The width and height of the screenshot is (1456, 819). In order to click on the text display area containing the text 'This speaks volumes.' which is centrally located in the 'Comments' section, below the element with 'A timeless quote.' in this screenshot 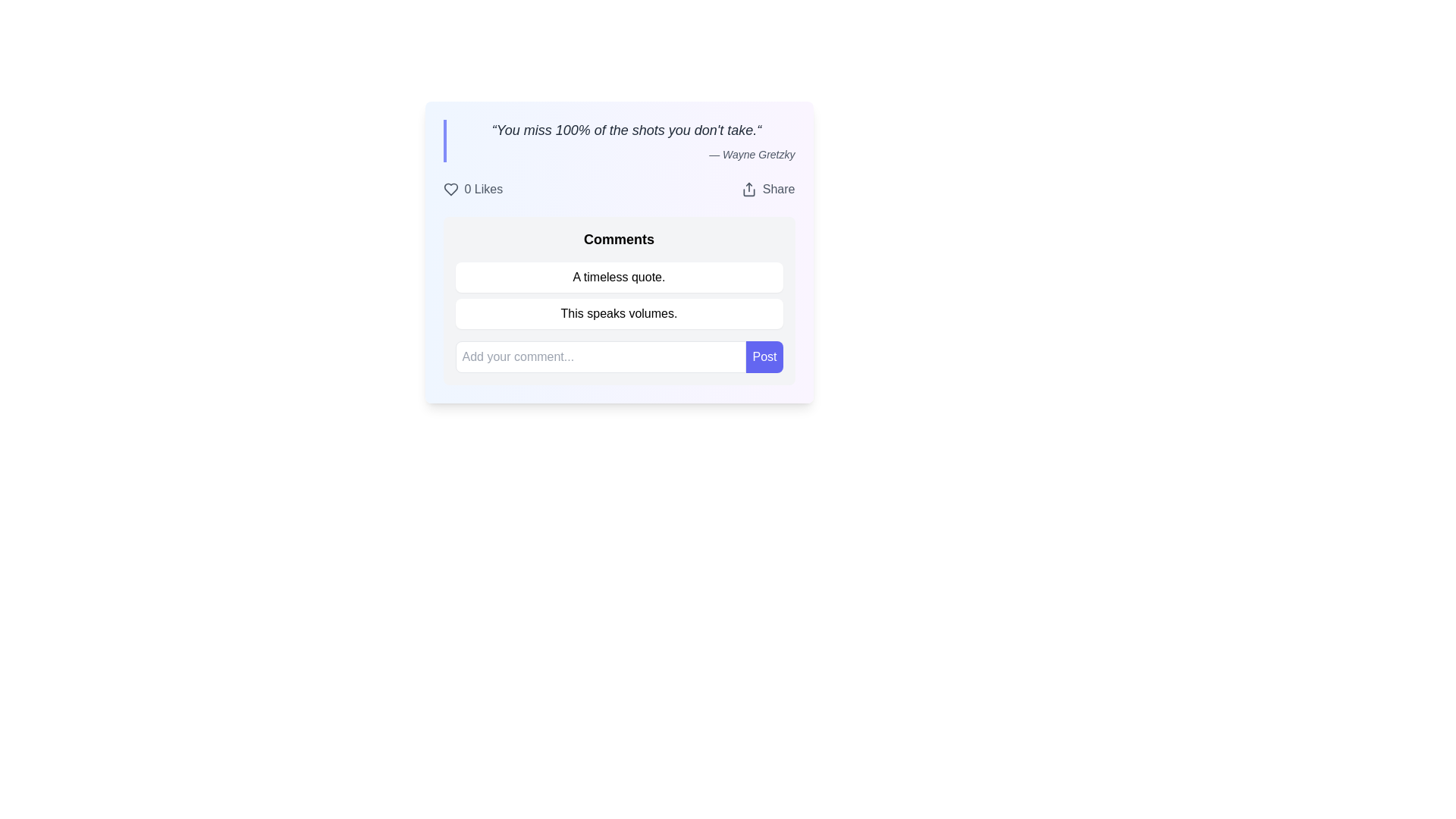, I will do `click(619, 312)`.